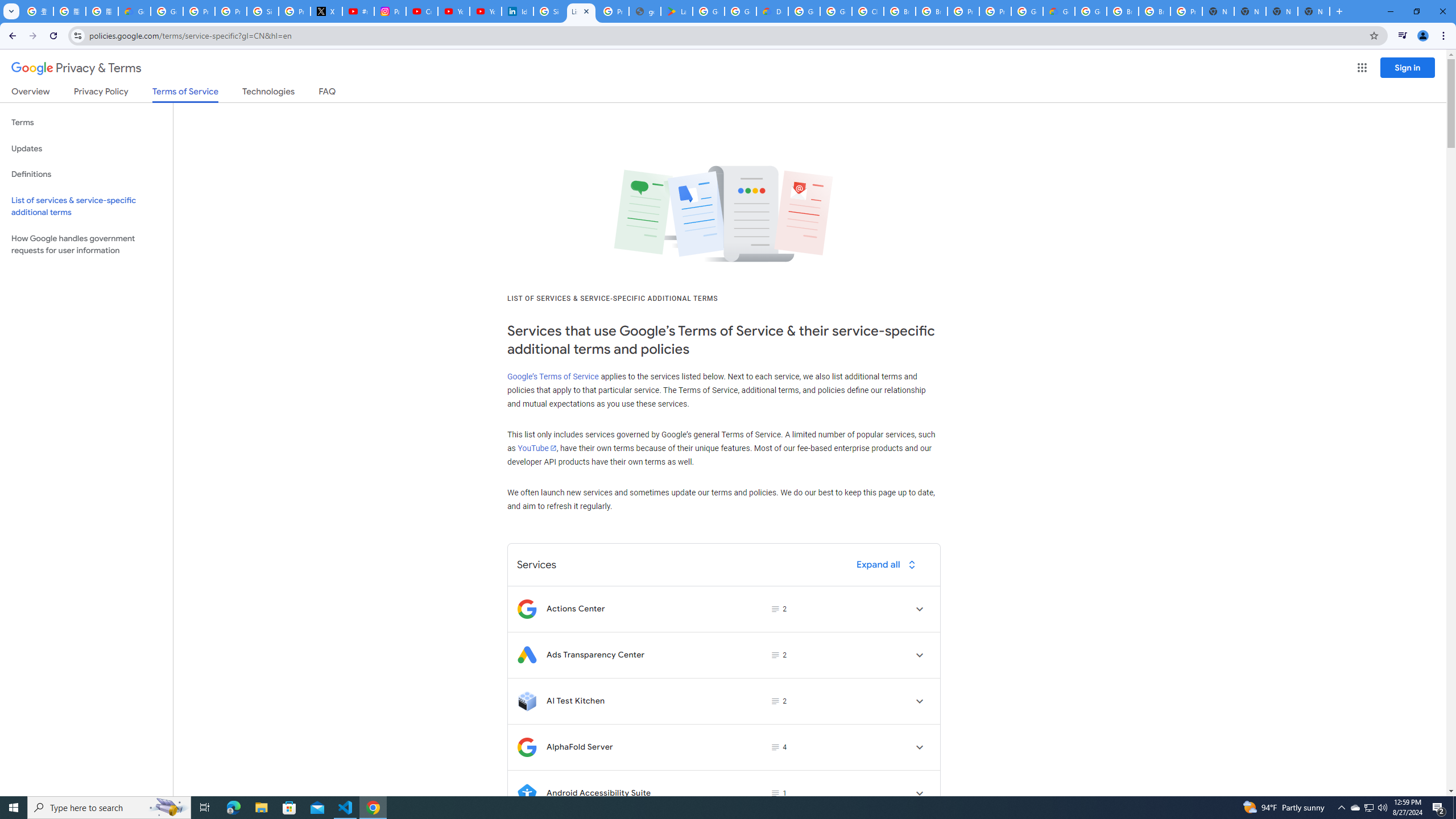 This screenshot has height=819, width=1456. What do you see at coordinates (526, 793) in the screenshot?
I see `'Logo for Android Accessibility Suite'` at bounding box center [526, 793].